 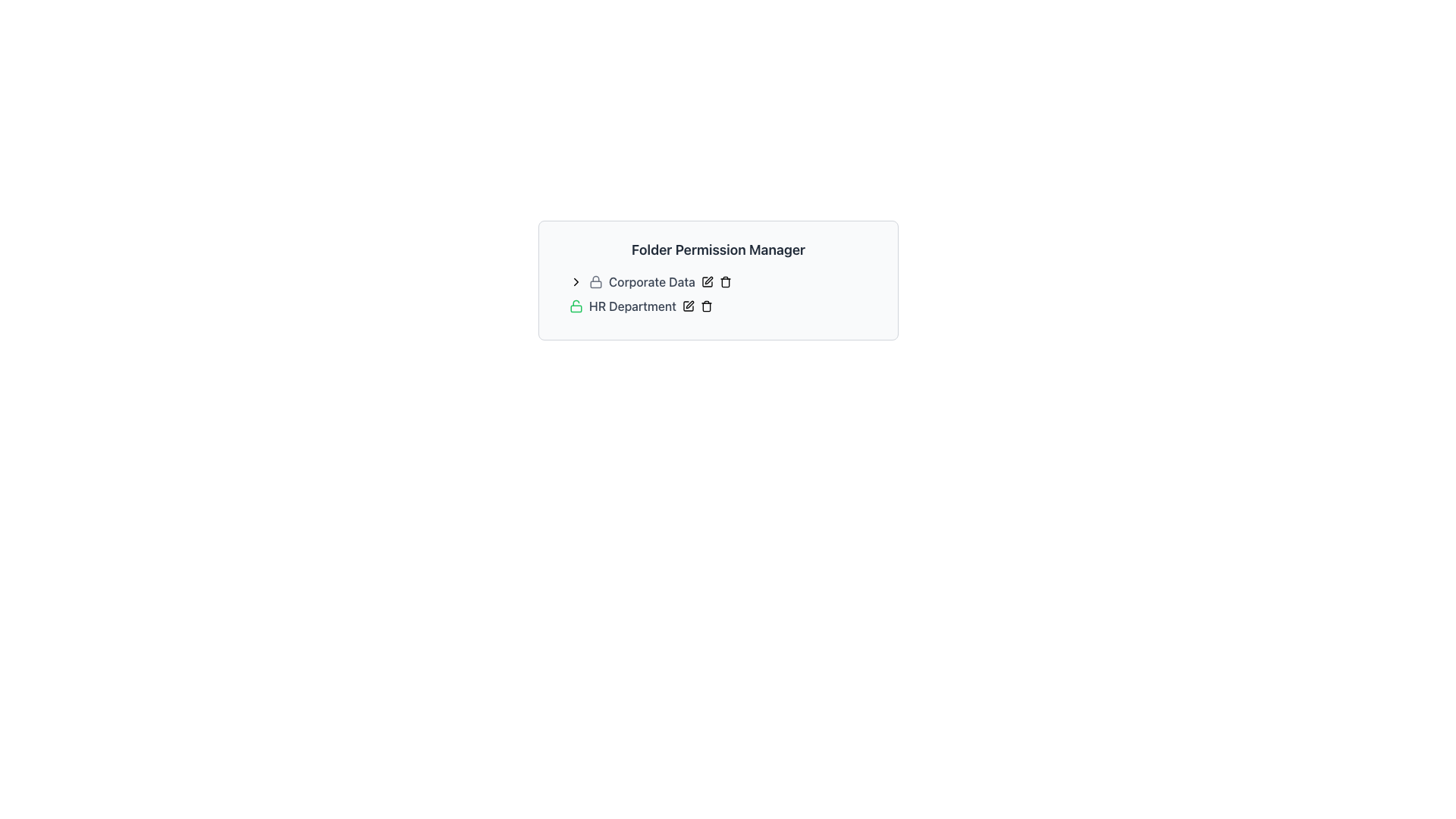 I want to click on the 'HR Department' text label located beneath the 'Corporate Data' element in the 'Folder Permission Manager' interface, positioned between a green lock icon and two interactive icons, so click(x=632, y=306).